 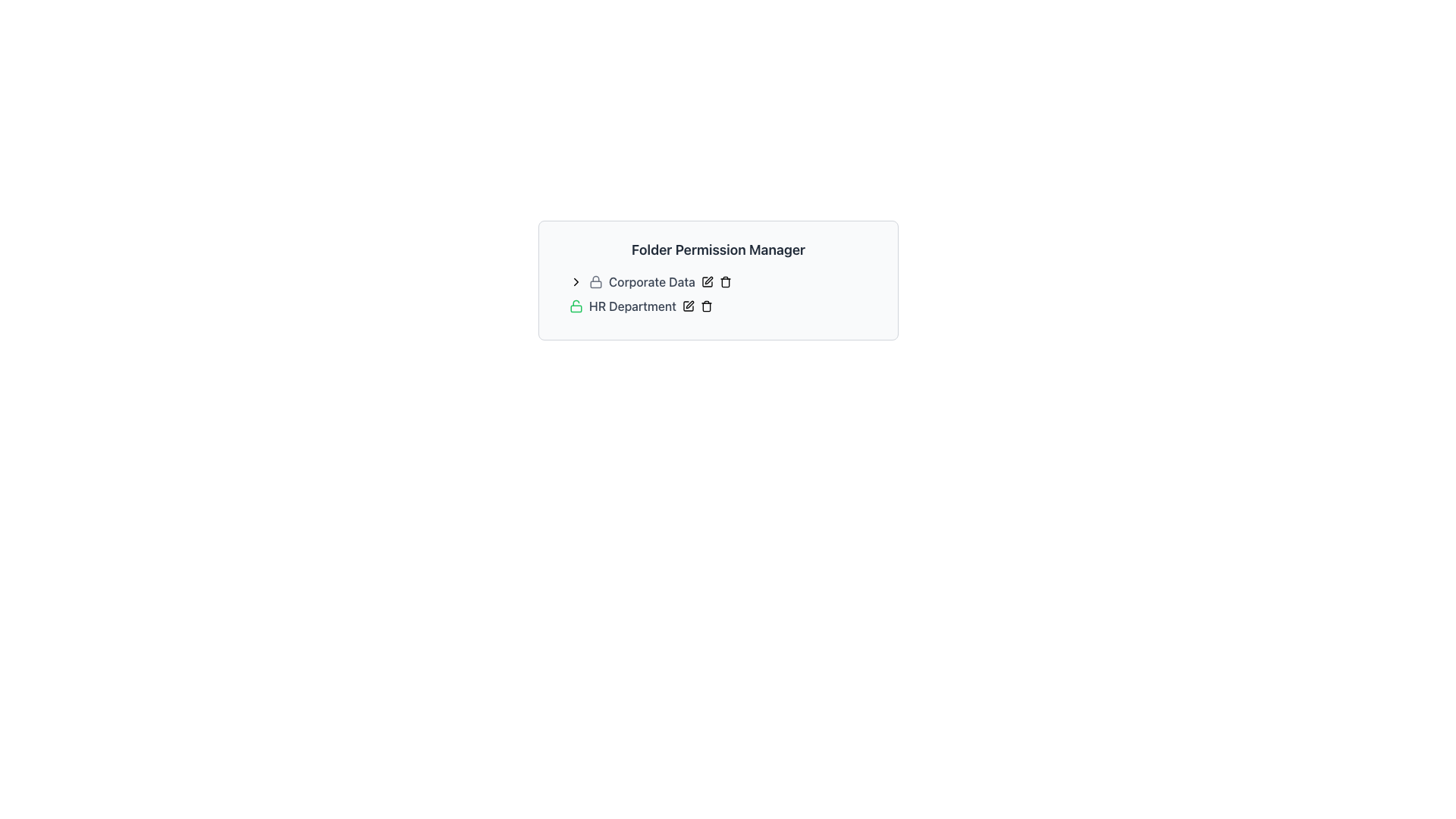 I want to click on the 'HR Department' text label located beneath the 'Corporate Data' element in the 'Folder Permission Manager' interface, positioned between a green lock icon and two interactive icons, so click(x=632, y=306).